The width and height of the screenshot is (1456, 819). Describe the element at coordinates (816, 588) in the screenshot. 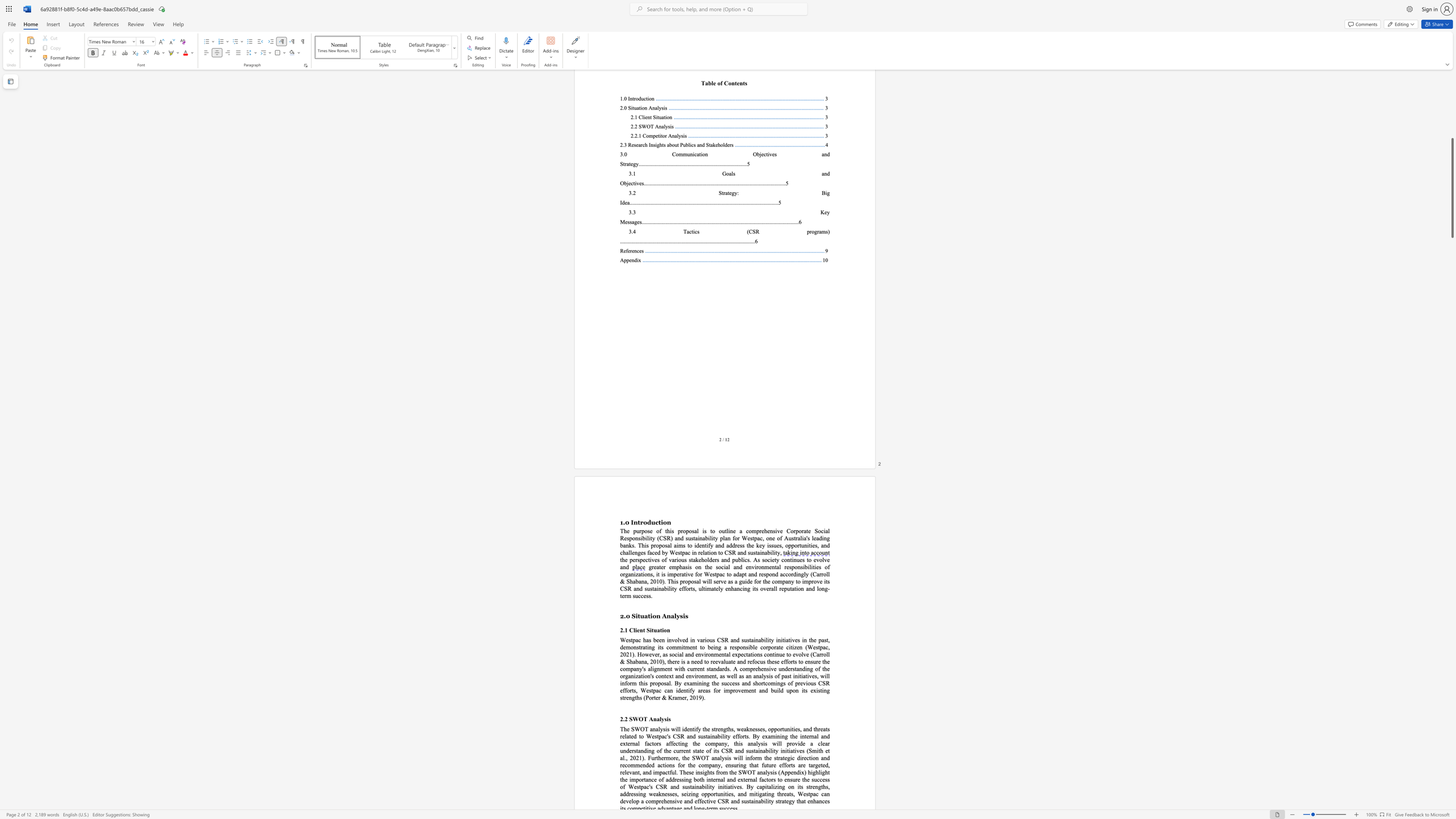

I see `the subset text "lon" within the text "its overall reputation and long-term success."` at that location.